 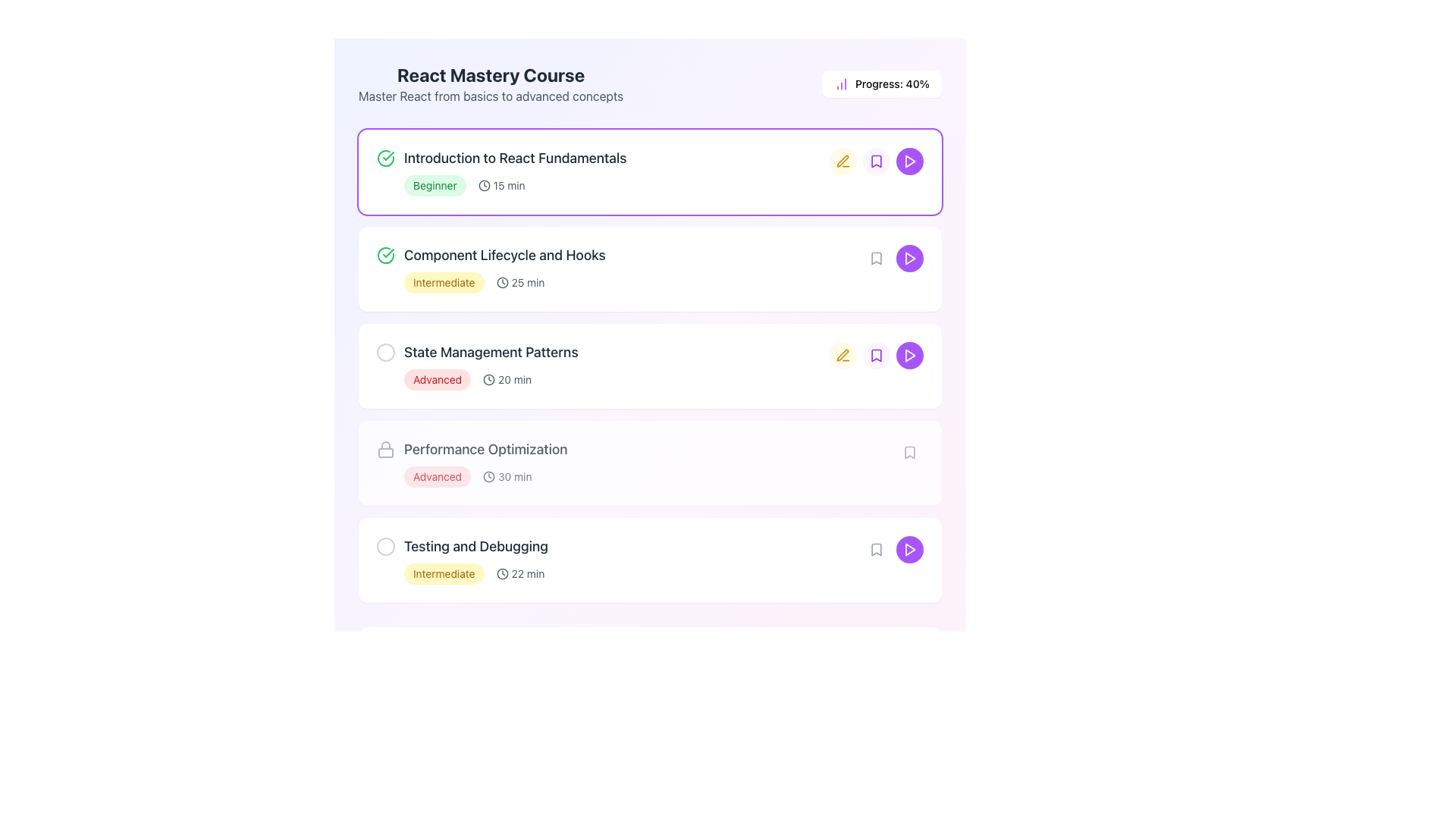 What do you see at coordinates (501, 185) in the screenshot?
I see `the estimated time indicator text located within the 'Introduction to React Fundamentals' card, positioned to the right of the 'Beginner' pill` at bounding box center [501, 185].